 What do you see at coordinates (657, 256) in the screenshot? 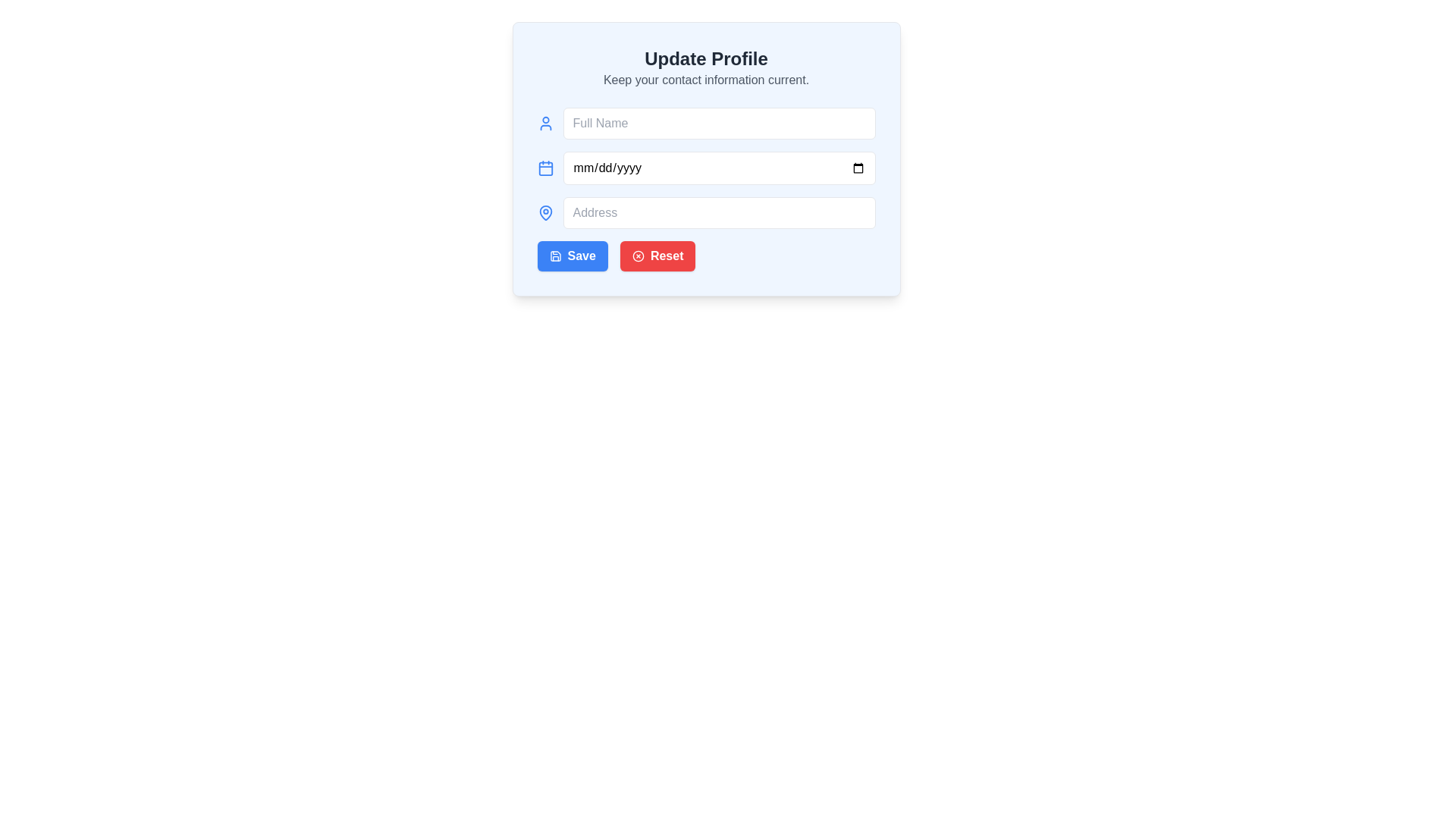
I see `the reset button located at the bottom of the form, to the right of the 'Save' button, which allows users to clear or revert the input data in the form` at bounding box center [657, 256].